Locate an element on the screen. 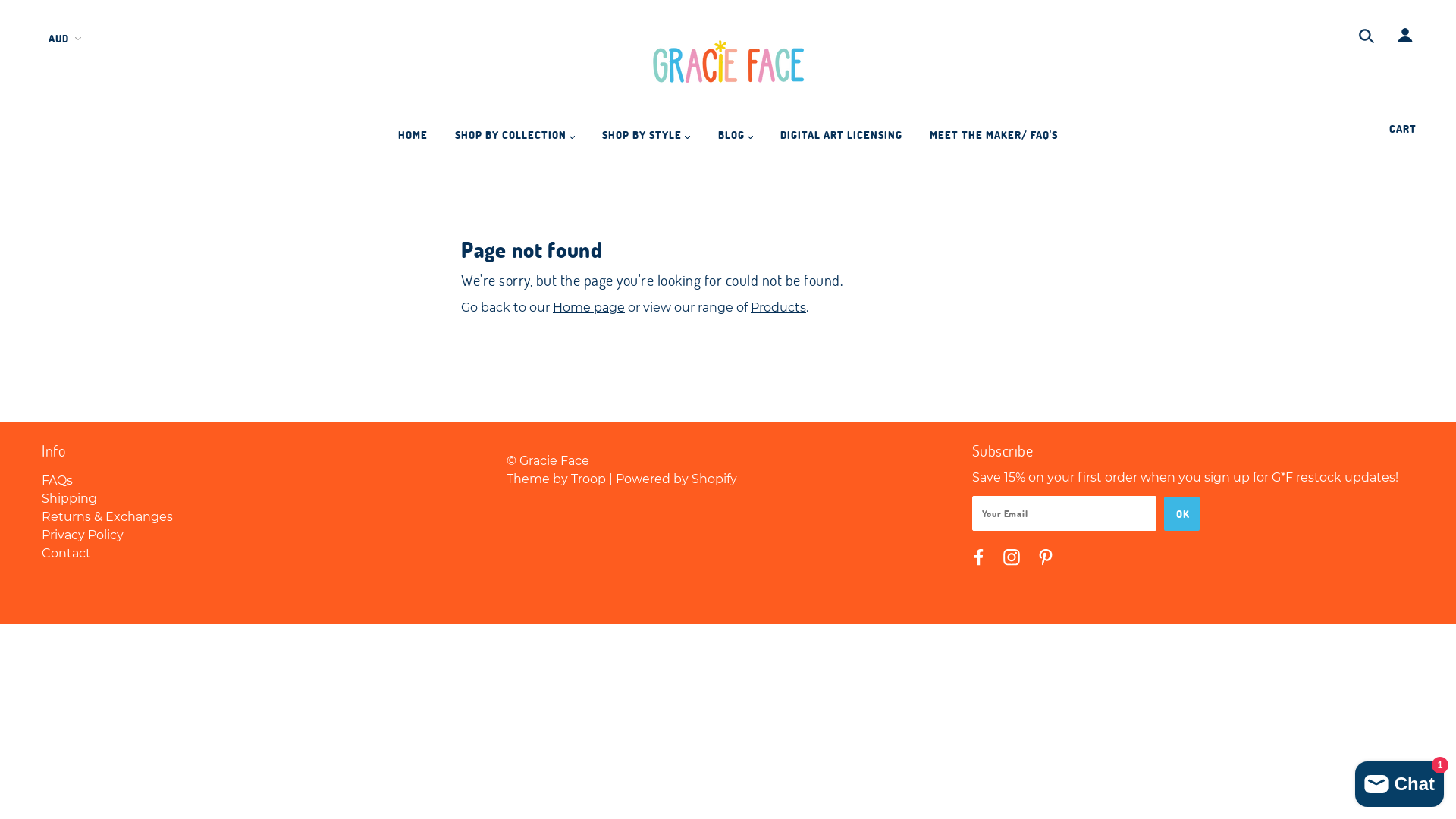 This screenshot has width=1456, height=819. 'Powered by Shopify' is located at coordinates (676, 479).